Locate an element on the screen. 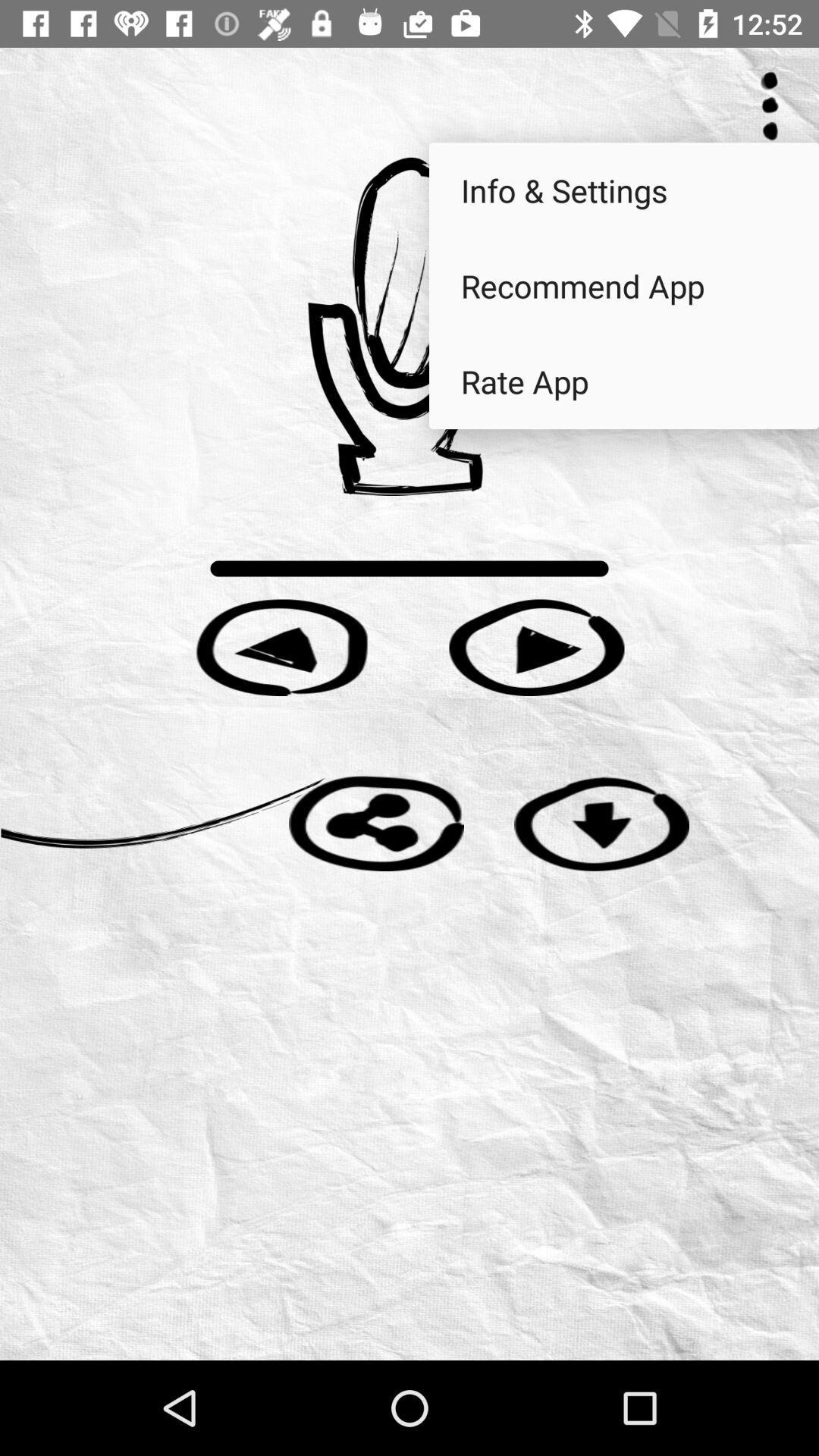 The width and height of the screenshot is (819, 1456). share is located at coordinates (375, 822).